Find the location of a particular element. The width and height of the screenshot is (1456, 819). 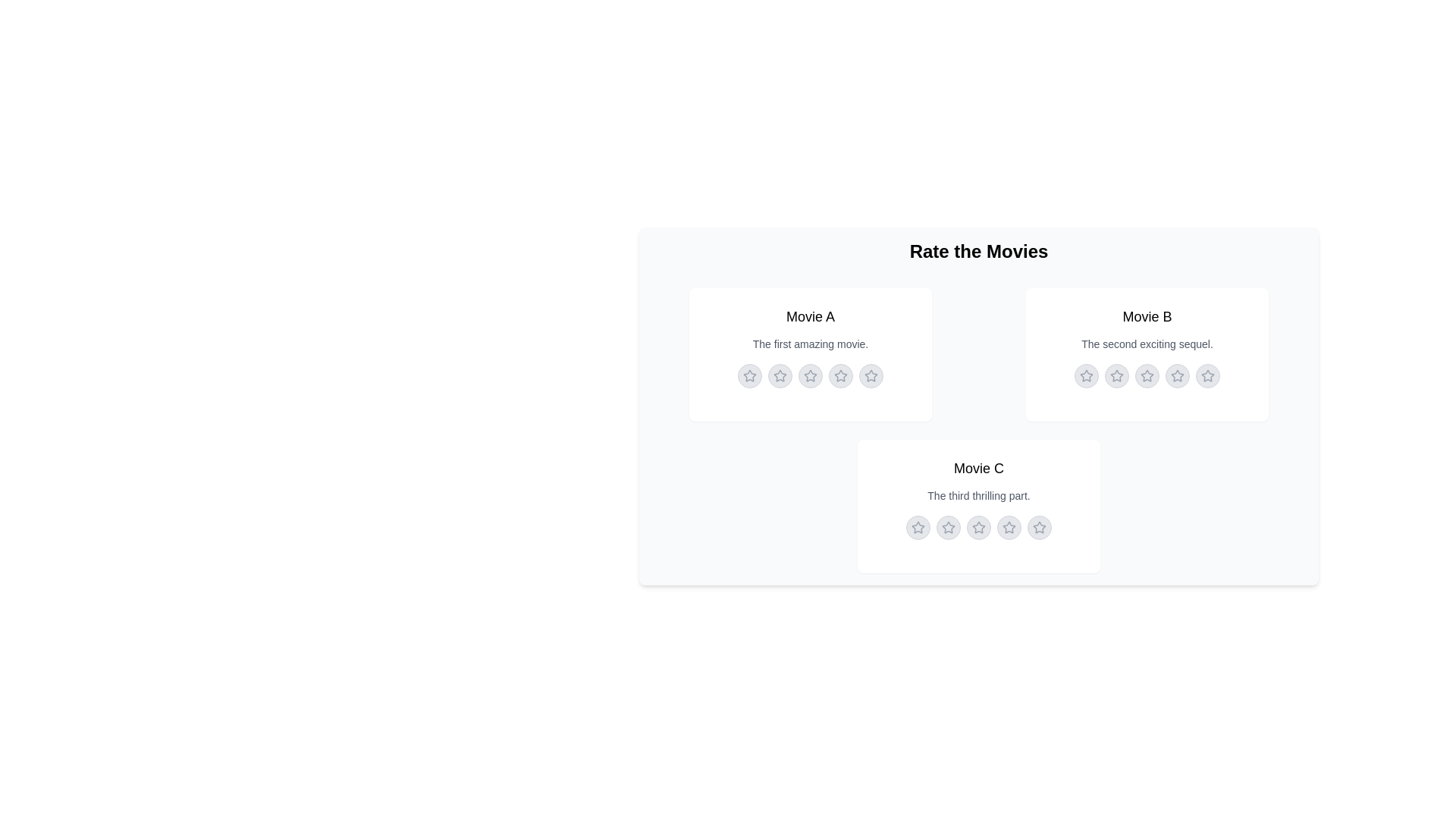

the fourth star-shaped icon with gray lines in the rating group below the 'Movie C' text box is located at coordinates (1009, 526).